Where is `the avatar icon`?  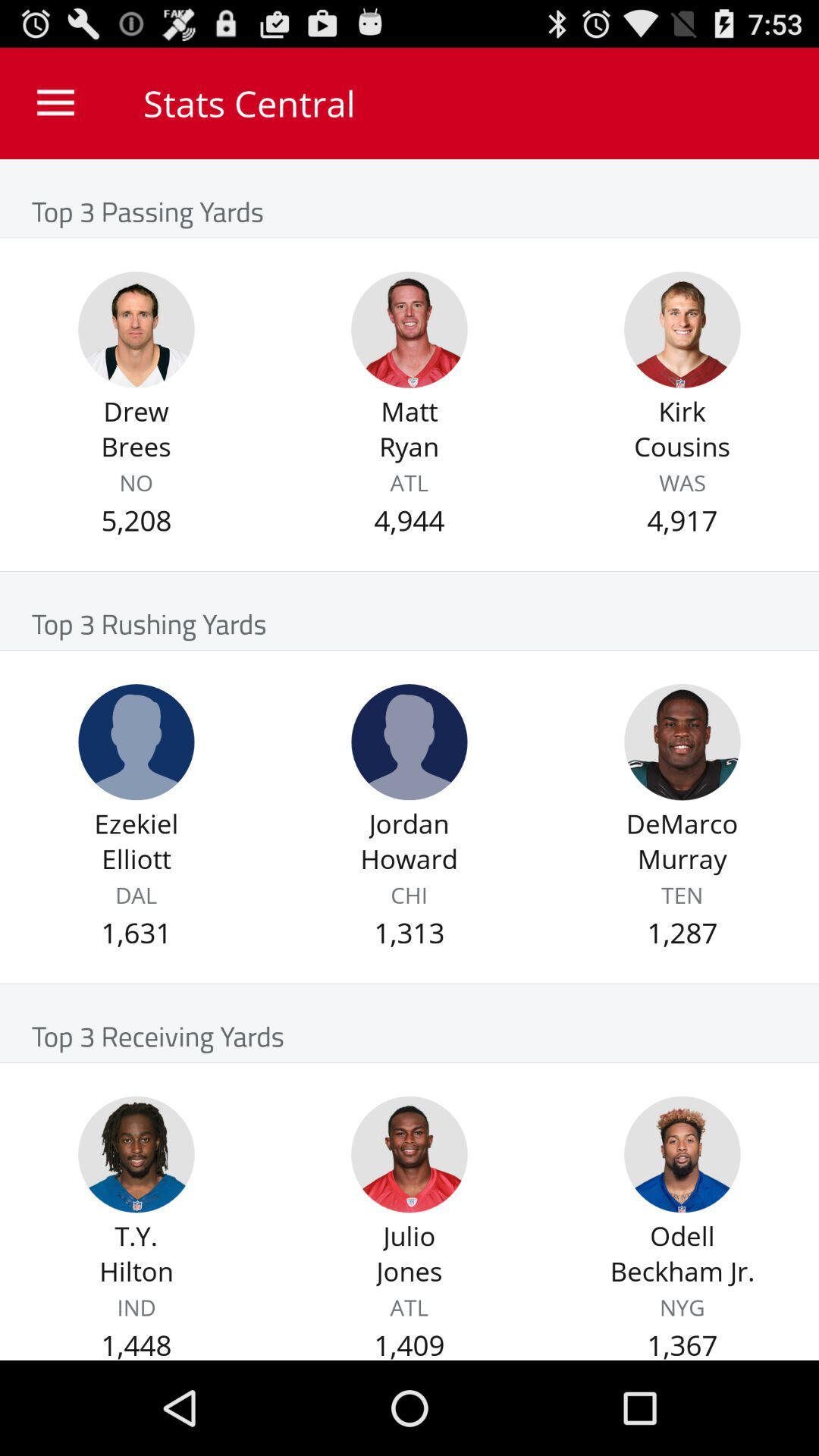
the avatar icon is located at coordinates (409, 1235).